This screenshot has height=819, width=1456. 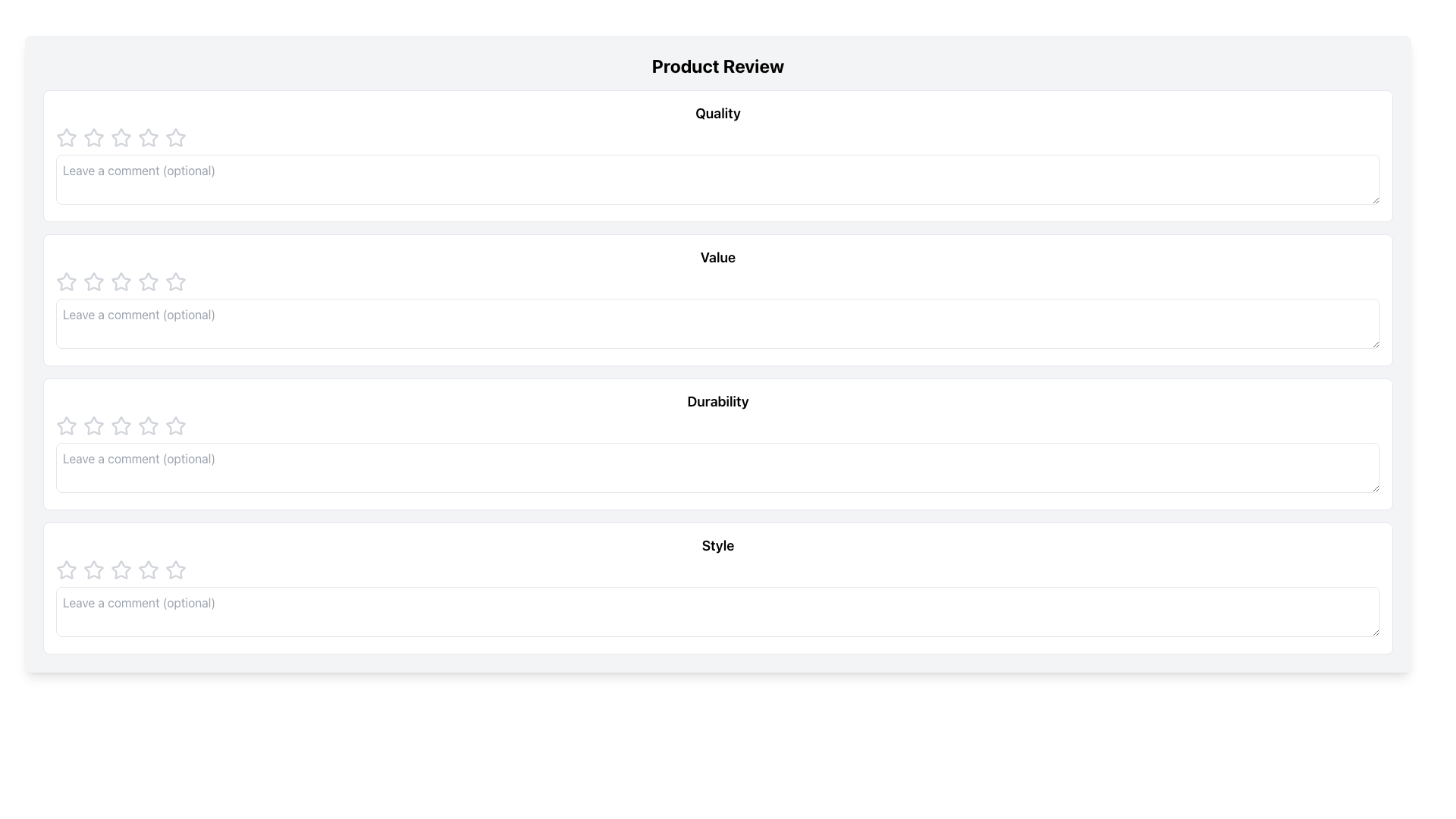 What do you see at coordinates (149, 137) in the screenshot?
I see `the second star icon in the 'Quality' rating section to assign a two-star rating` at bounding box center [149, 137].